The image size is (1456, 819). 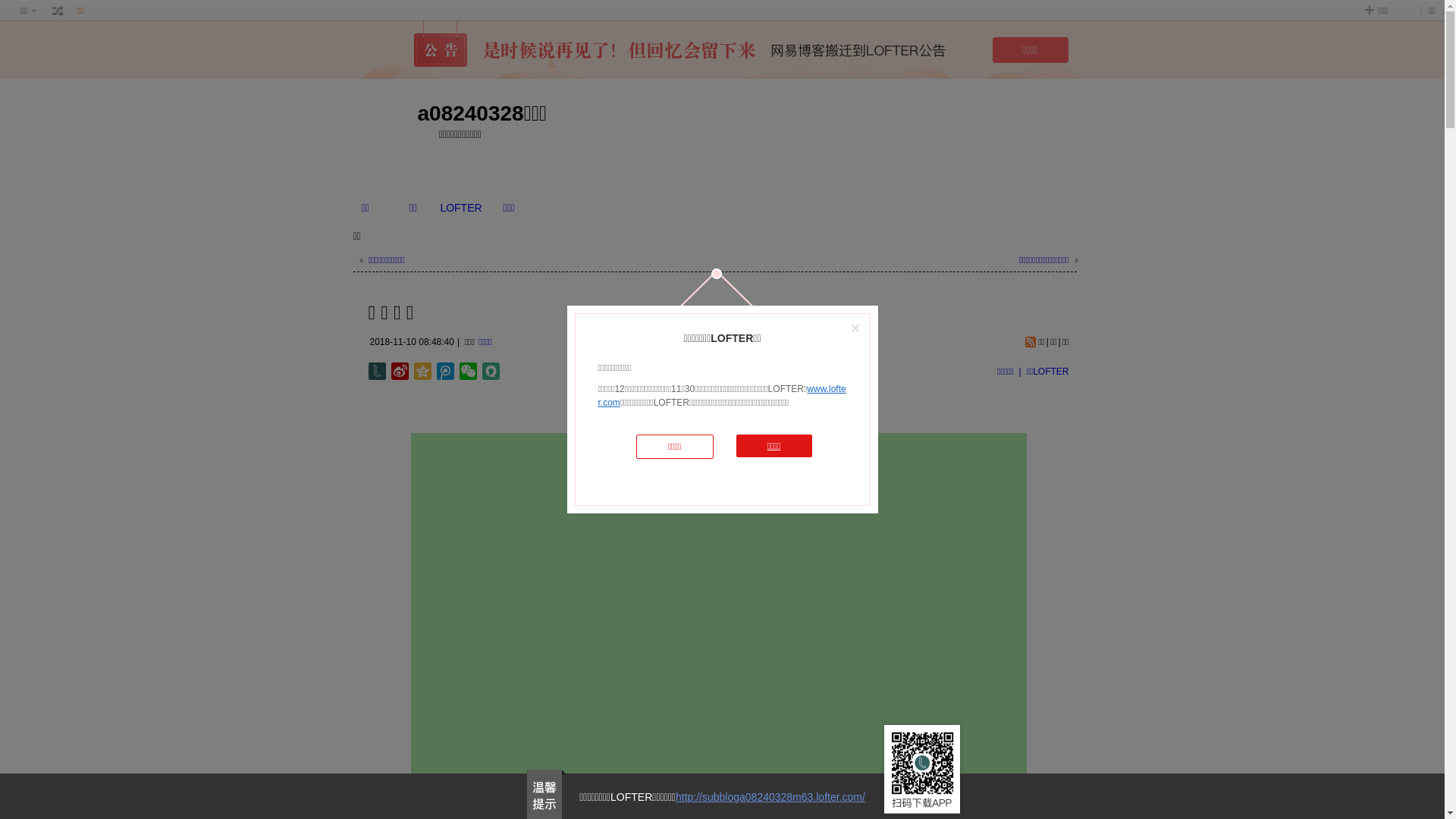 What do you see at coordinates (720, 394) in the screenshot?
I see `'www.lofter.com'` at bounding box center [720, 394].